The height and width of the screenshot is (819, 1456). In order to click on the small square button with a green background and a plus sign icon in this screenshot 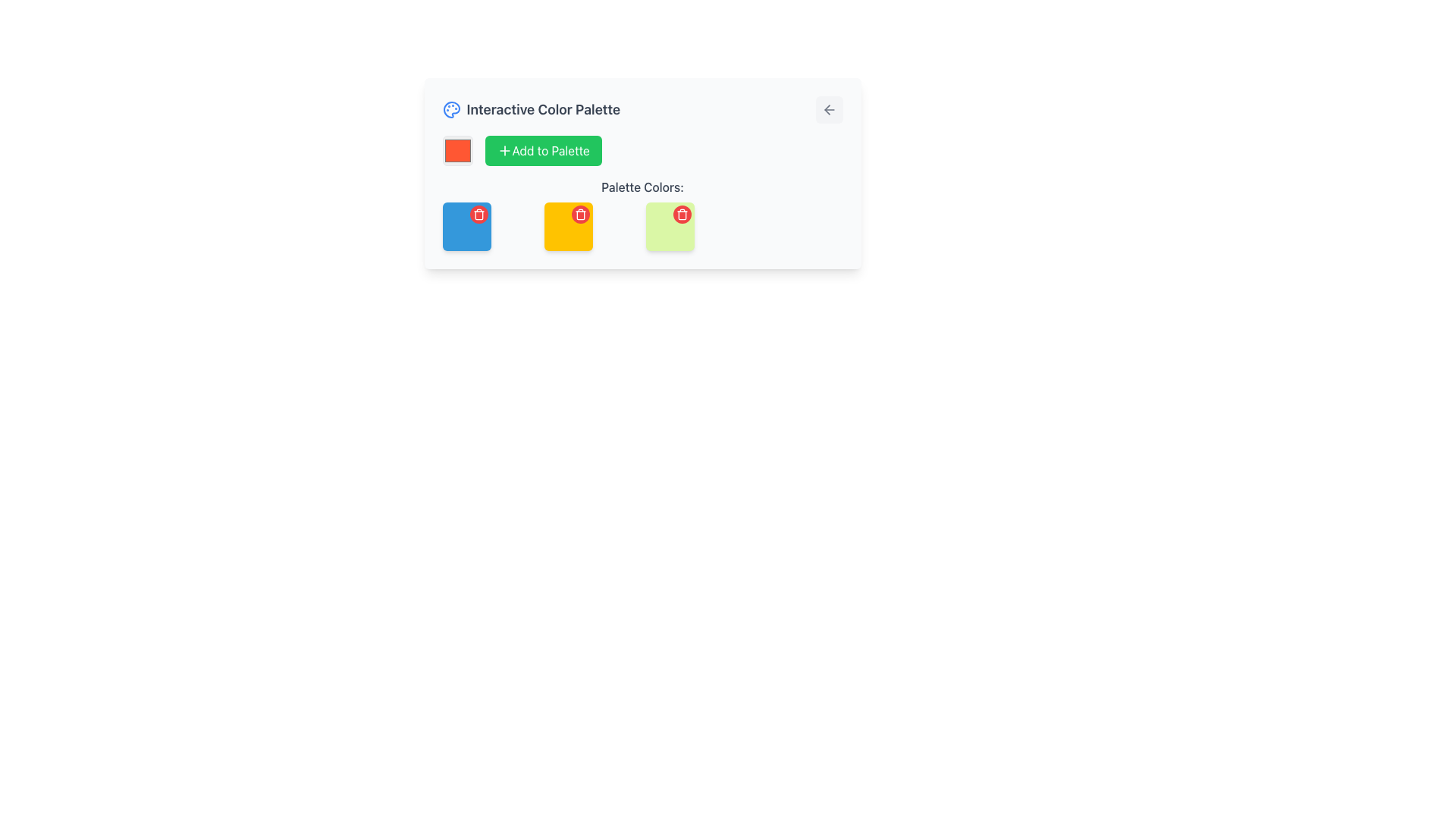, I will do `click(504, 151)`.